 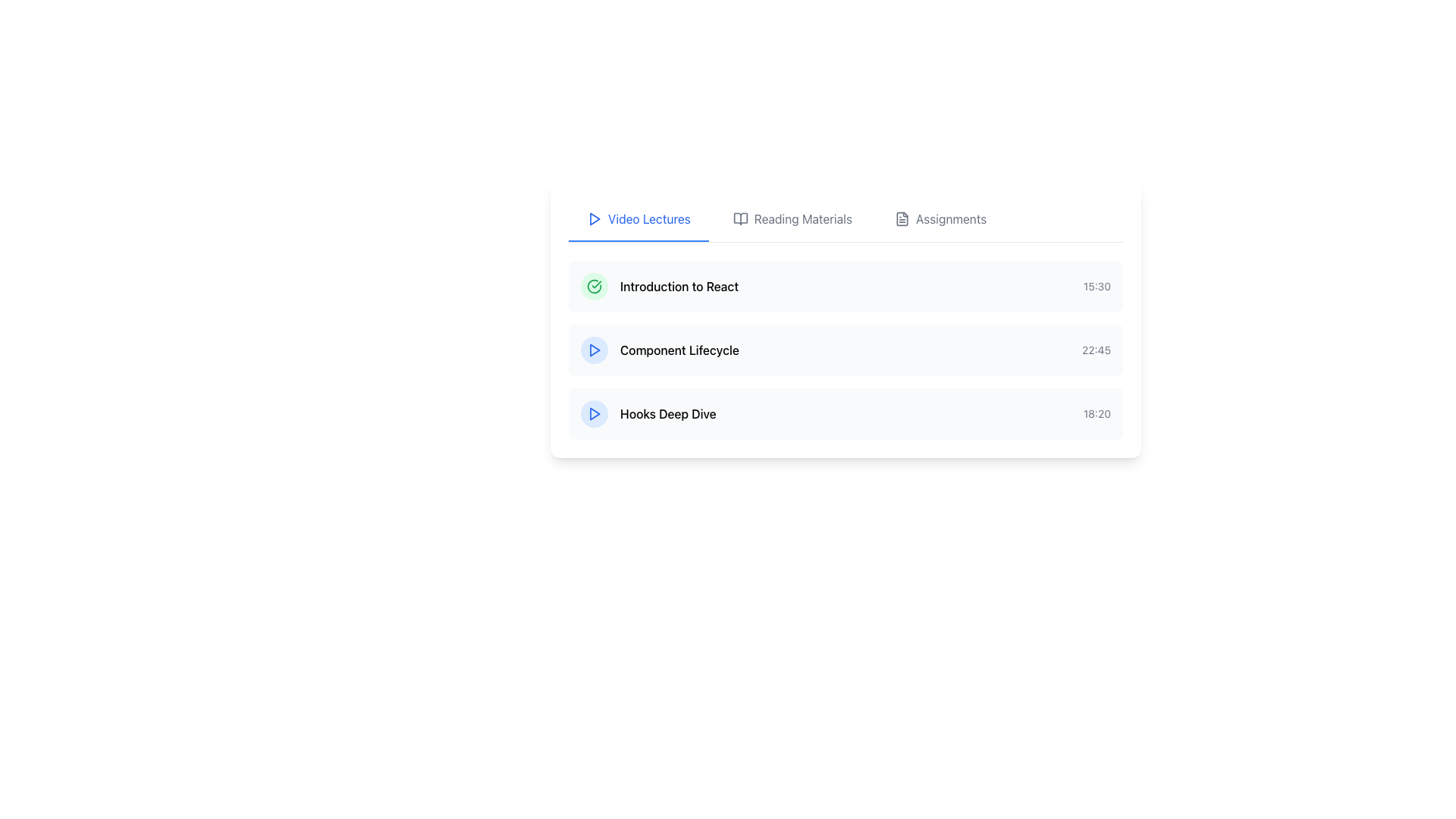 What do you see at coordinates (593, 287) in the screenshot?
I see `the green circular icon with a white checkmark, which indicates a completed action, located at the start of the first item under 'Video Lectures' before 'Introduction to React.'` at bounding box center [593, 287].